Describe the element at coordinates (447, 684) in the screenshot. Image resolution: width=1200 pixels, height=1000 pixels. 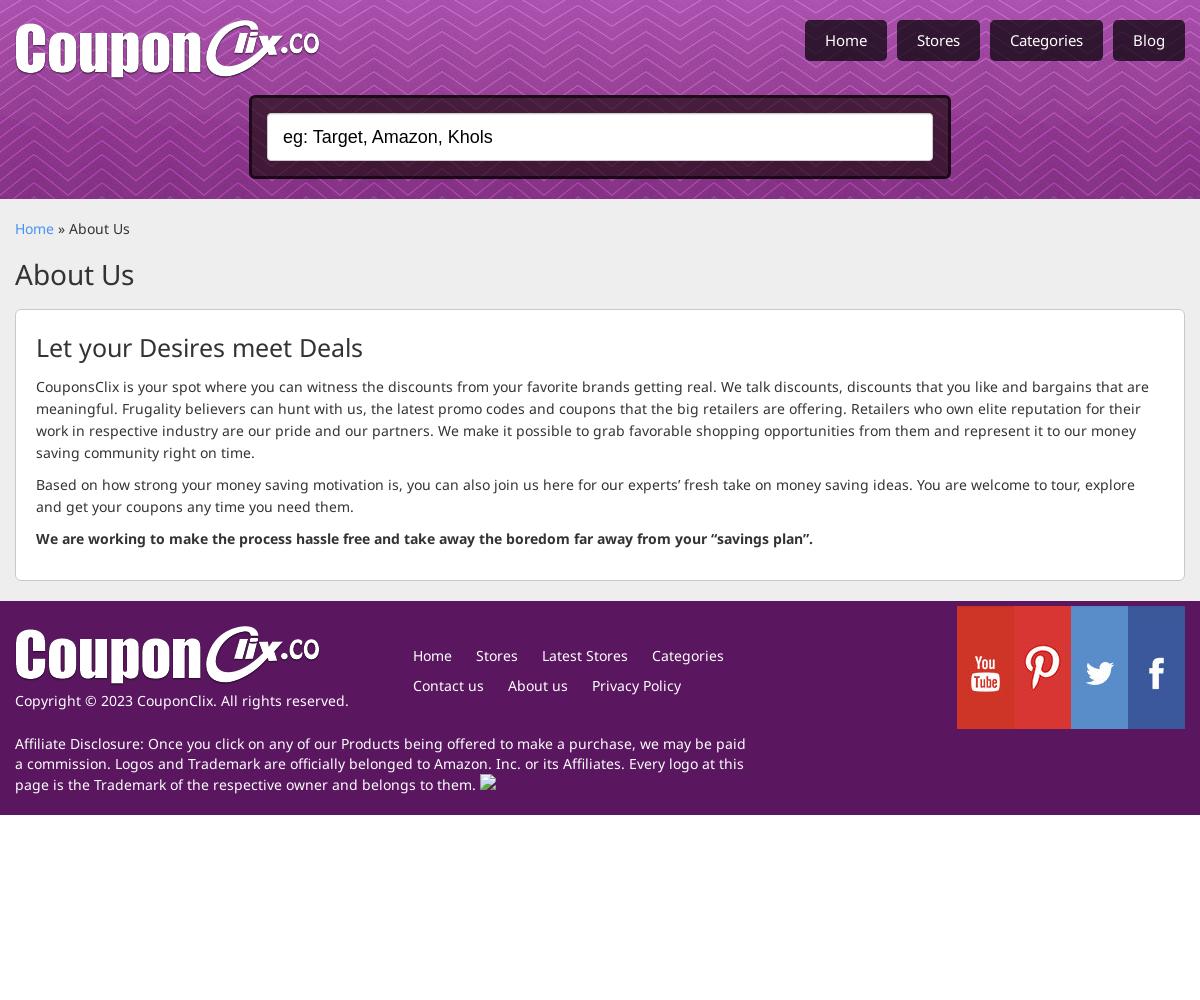
I see `'Contact us'` at that location.